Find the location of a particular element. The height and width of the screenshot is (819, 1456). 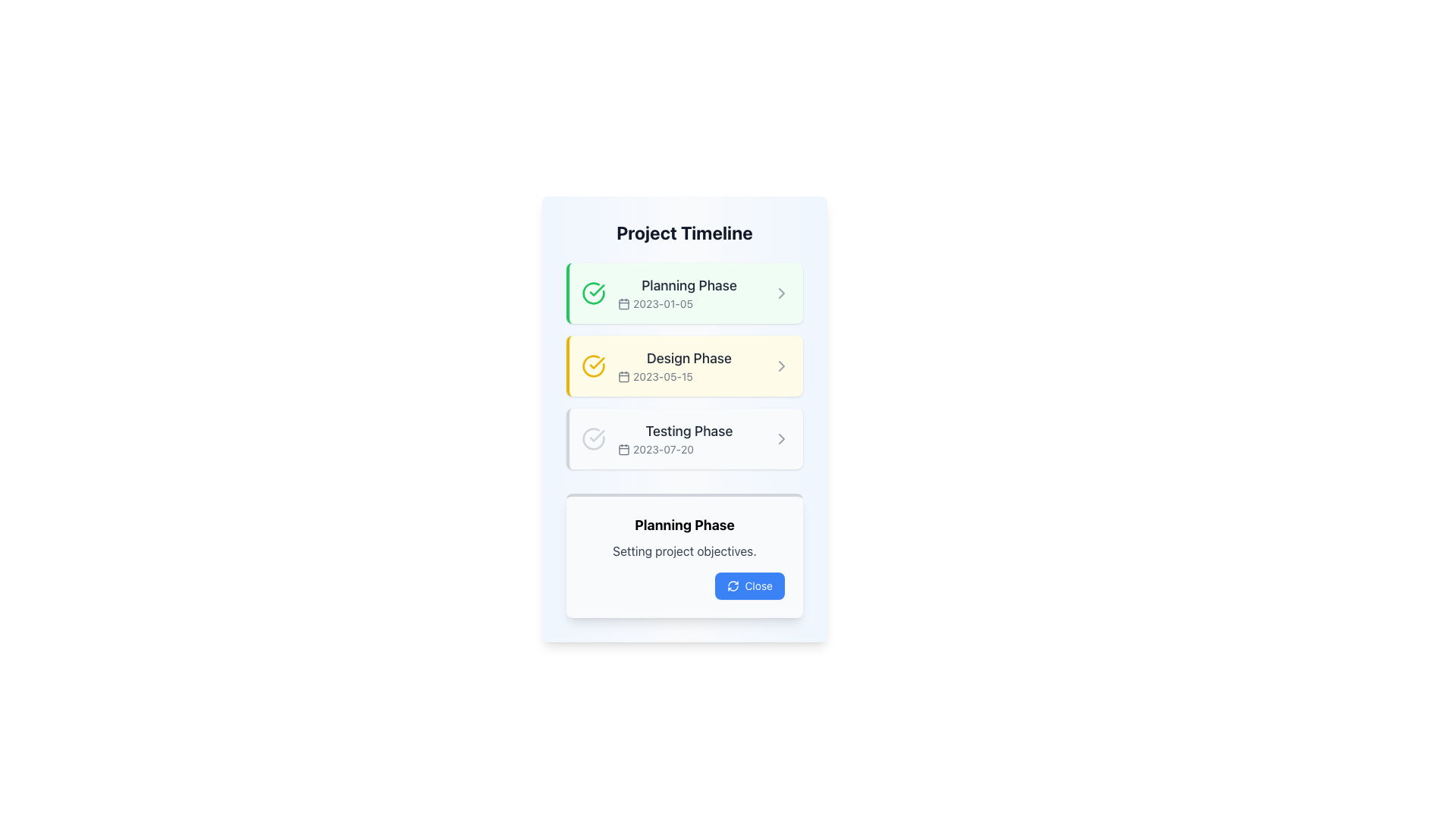

the circular icon with a thick border and a checkmark symbol, which is located adjacent to the 'Testing Phase' label in the timeline area is located at coordinates (592, 438).